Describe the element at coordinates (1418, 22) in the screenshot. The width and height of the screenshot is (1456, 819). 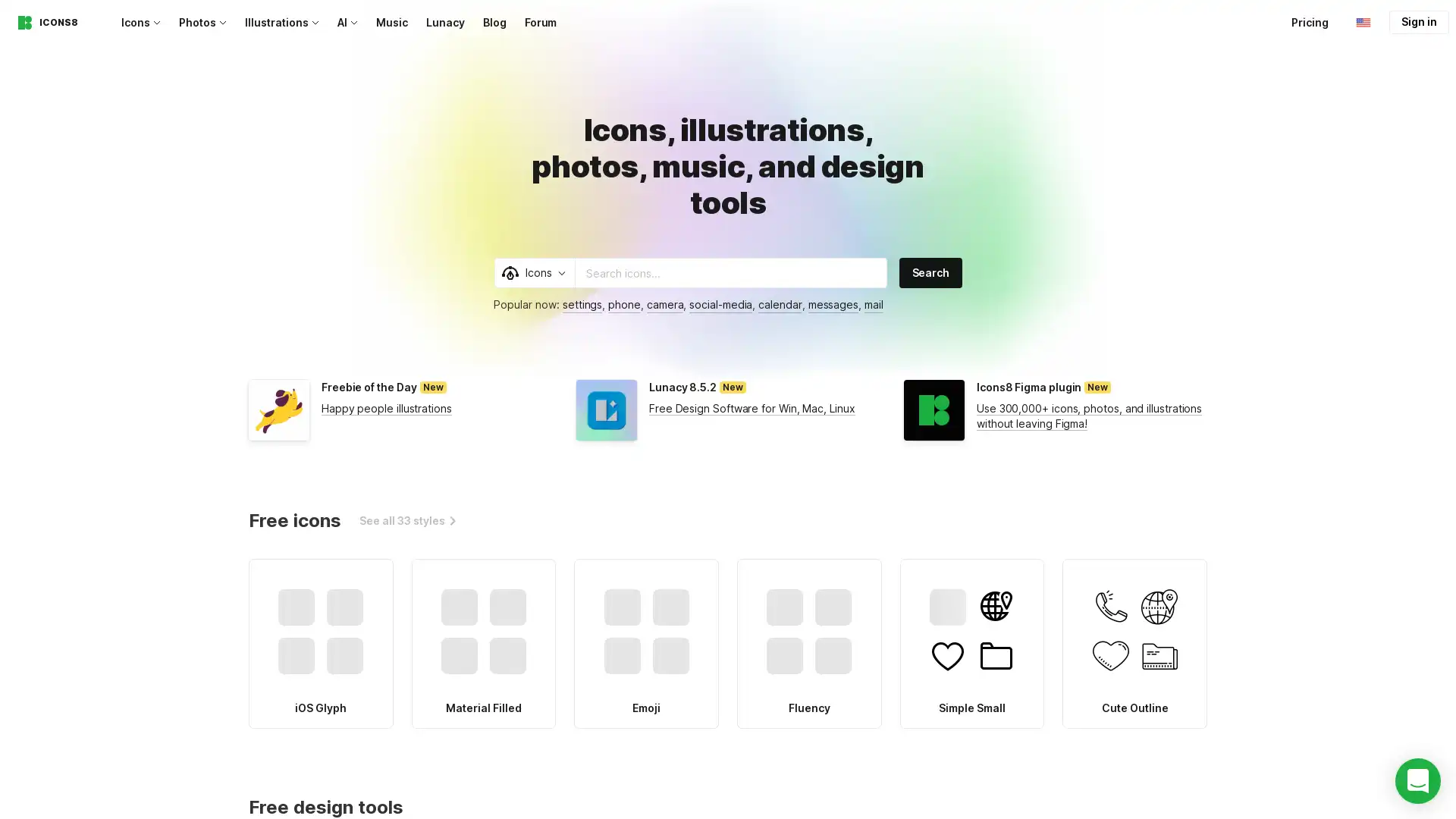
I see `Sign in` at that location.